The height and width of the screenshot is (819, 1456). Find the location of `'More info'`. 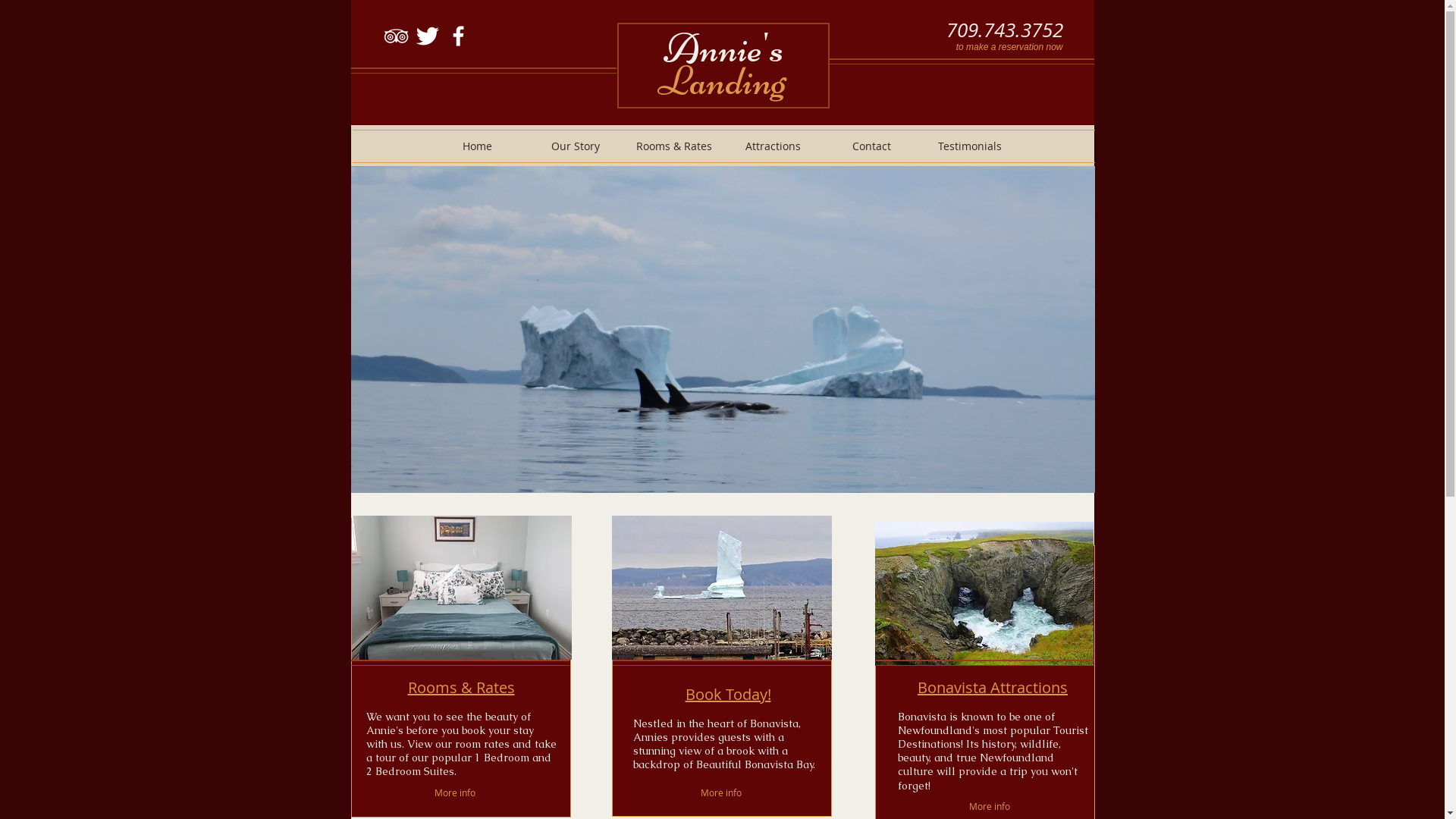

'More info' is located at coordinates (454, 792).